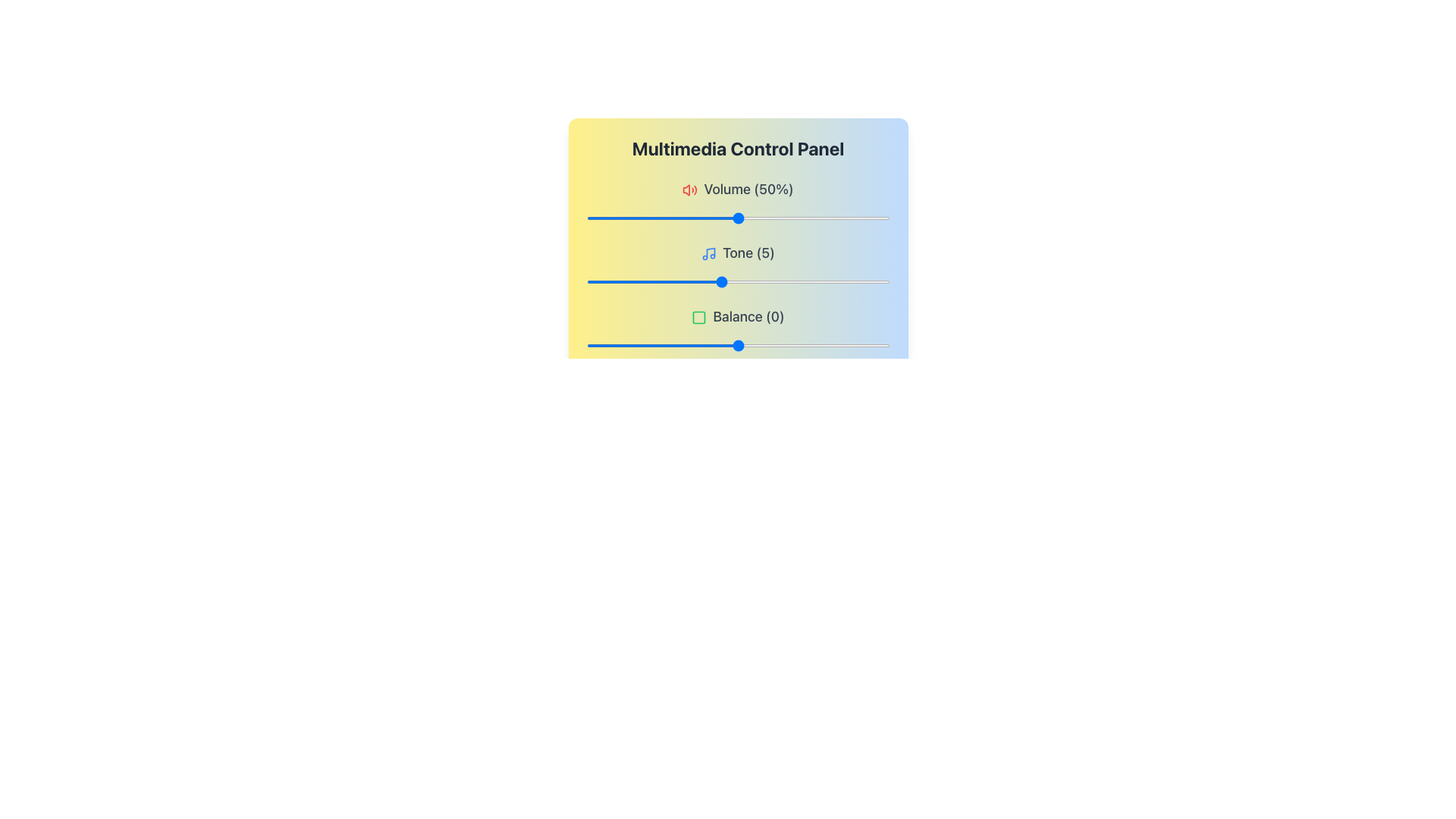 This screenshot has height=819, width=1456. Describe the element at coordinates (656, 345) in the screenshot. I see `balance` at that location.